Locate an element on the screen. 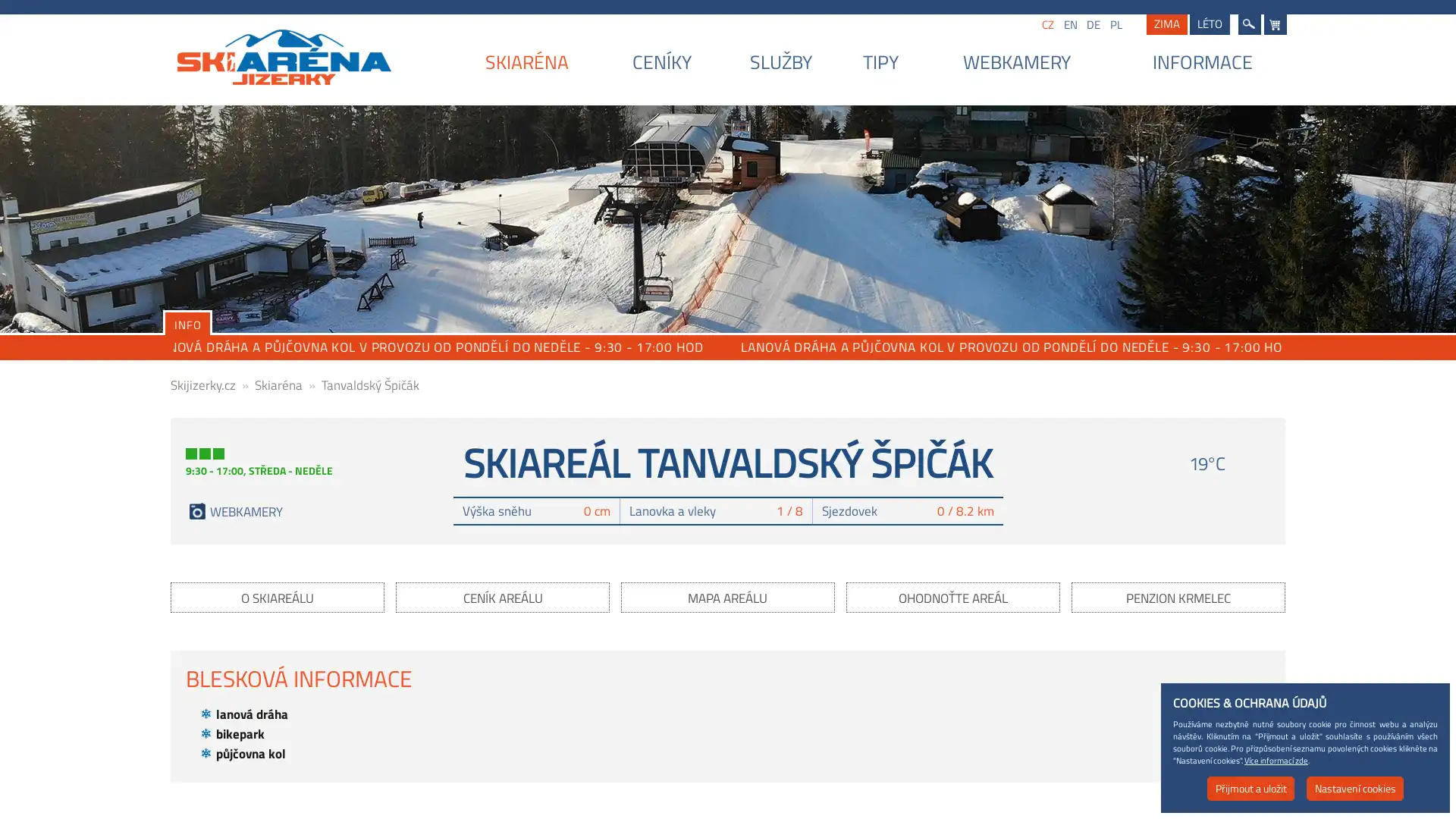 This screenshot has height=819, width=1456. Prijmout a ulozit is located at coordinates (1250, 788).